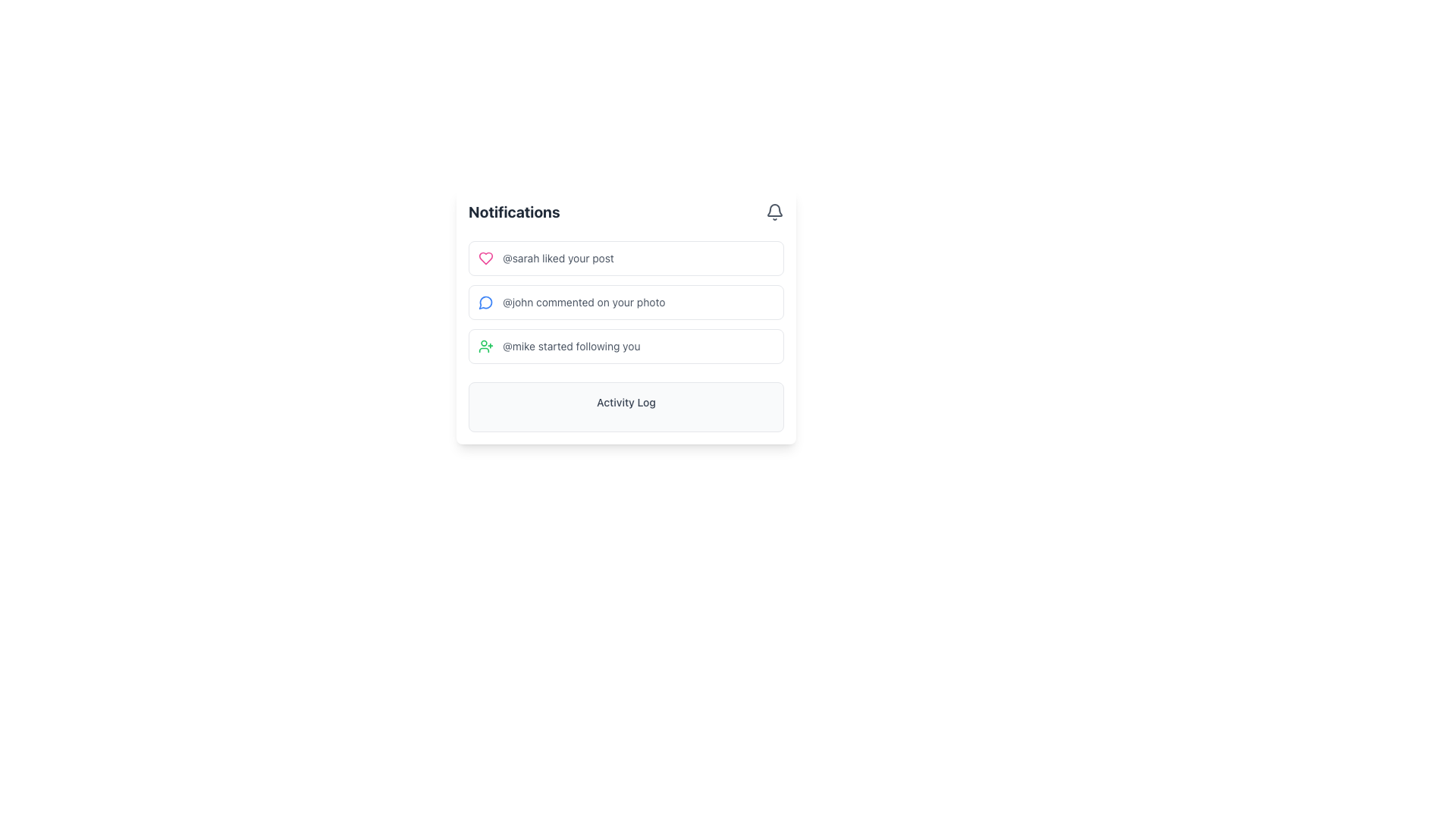 The height and width of the screenshot is (819, 1456). Describe the element at coordinates (486, 257) in the screenshot. I see `the heart-shaped icon, which is outlined and filled with pink color, located to the left of the text '@sarah liked your post' within the notification card` at that location.